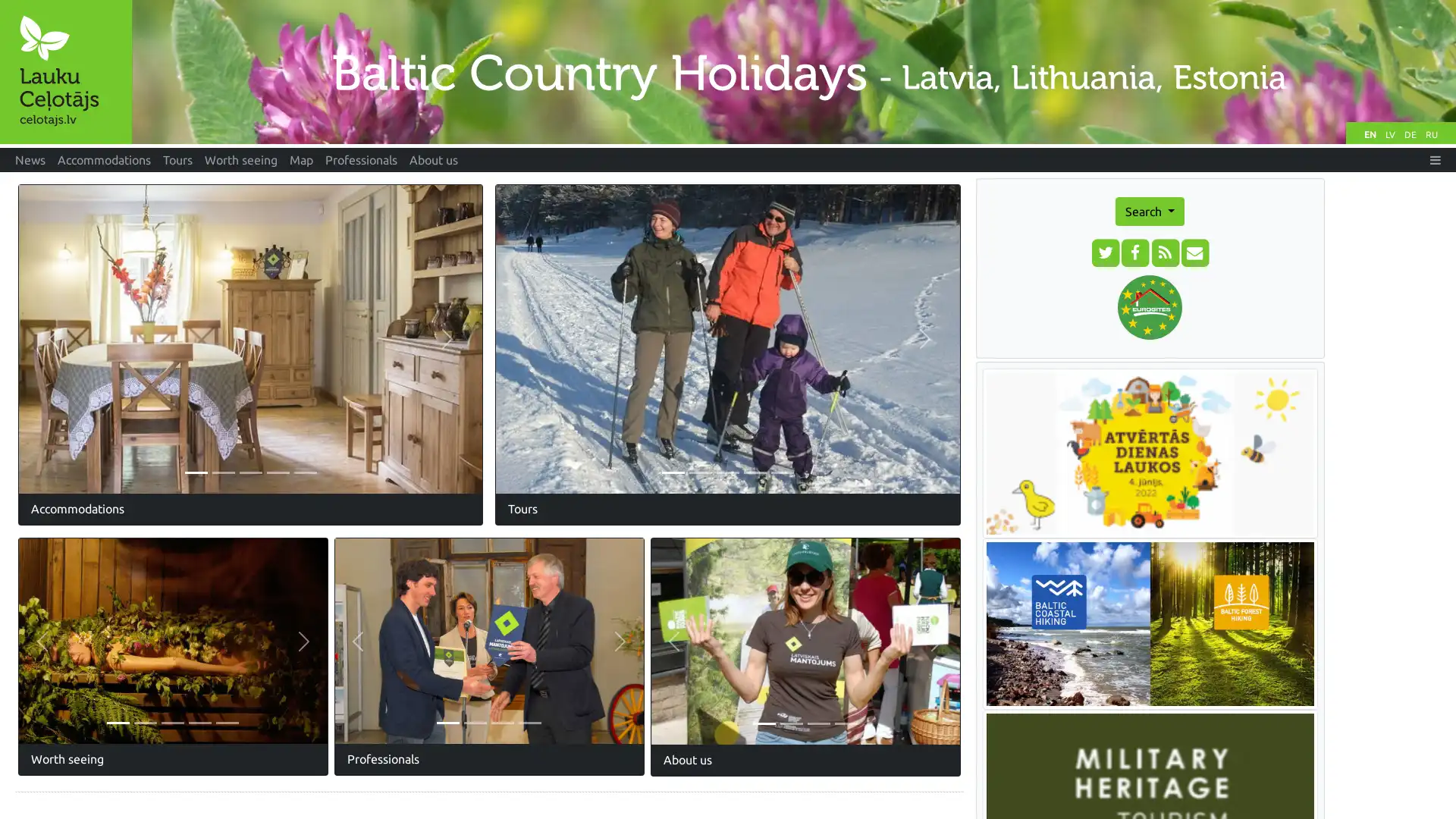  What do you see at coordinates (673, 641) in the screenshot?
I see `Previous` at bounding box center [673, 641].